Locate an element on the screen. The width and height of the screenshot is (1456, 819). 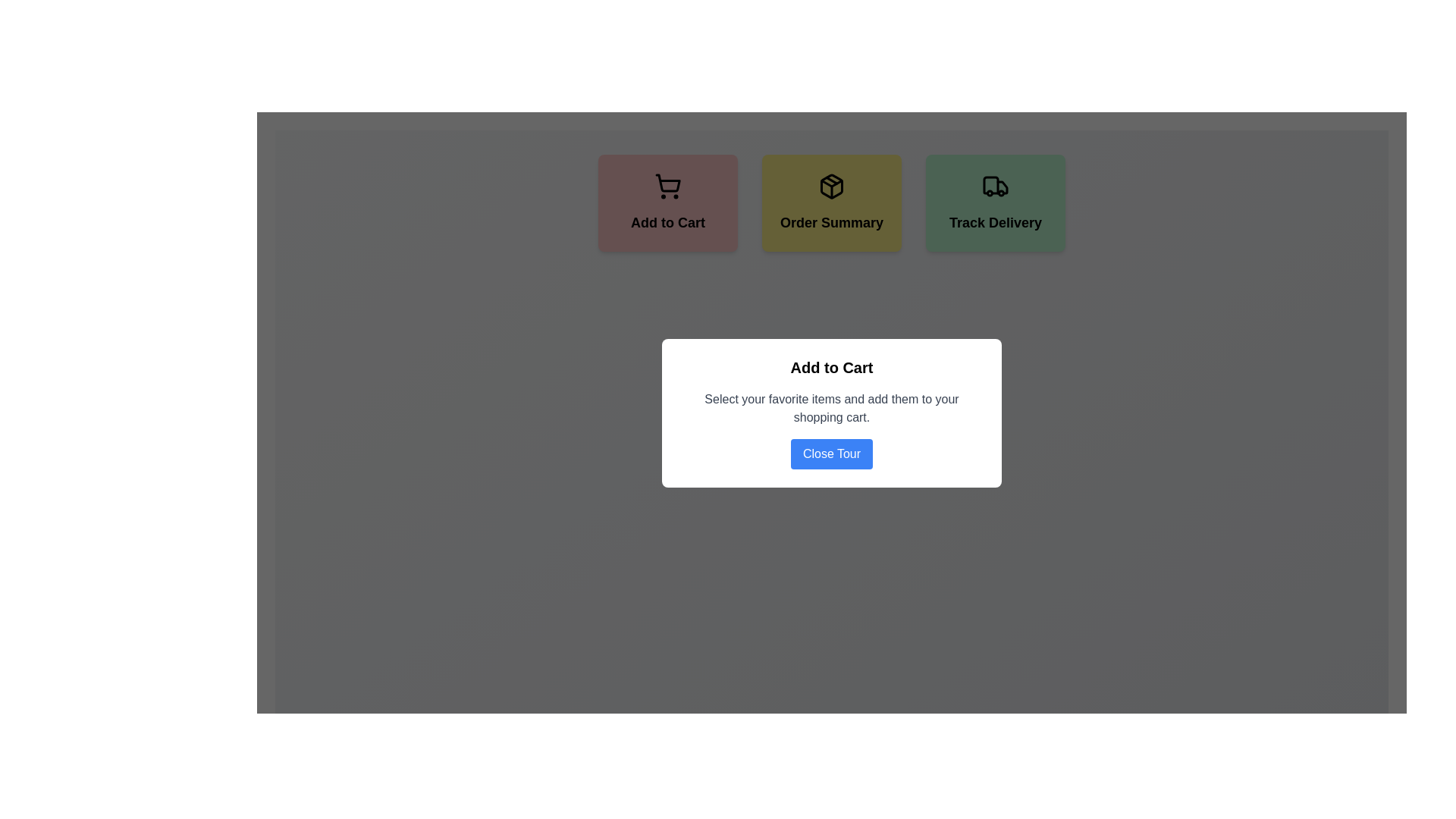
the yellow 'Order Summary' button, which has a black package icon and bold text is located at coordinates (831, 202).